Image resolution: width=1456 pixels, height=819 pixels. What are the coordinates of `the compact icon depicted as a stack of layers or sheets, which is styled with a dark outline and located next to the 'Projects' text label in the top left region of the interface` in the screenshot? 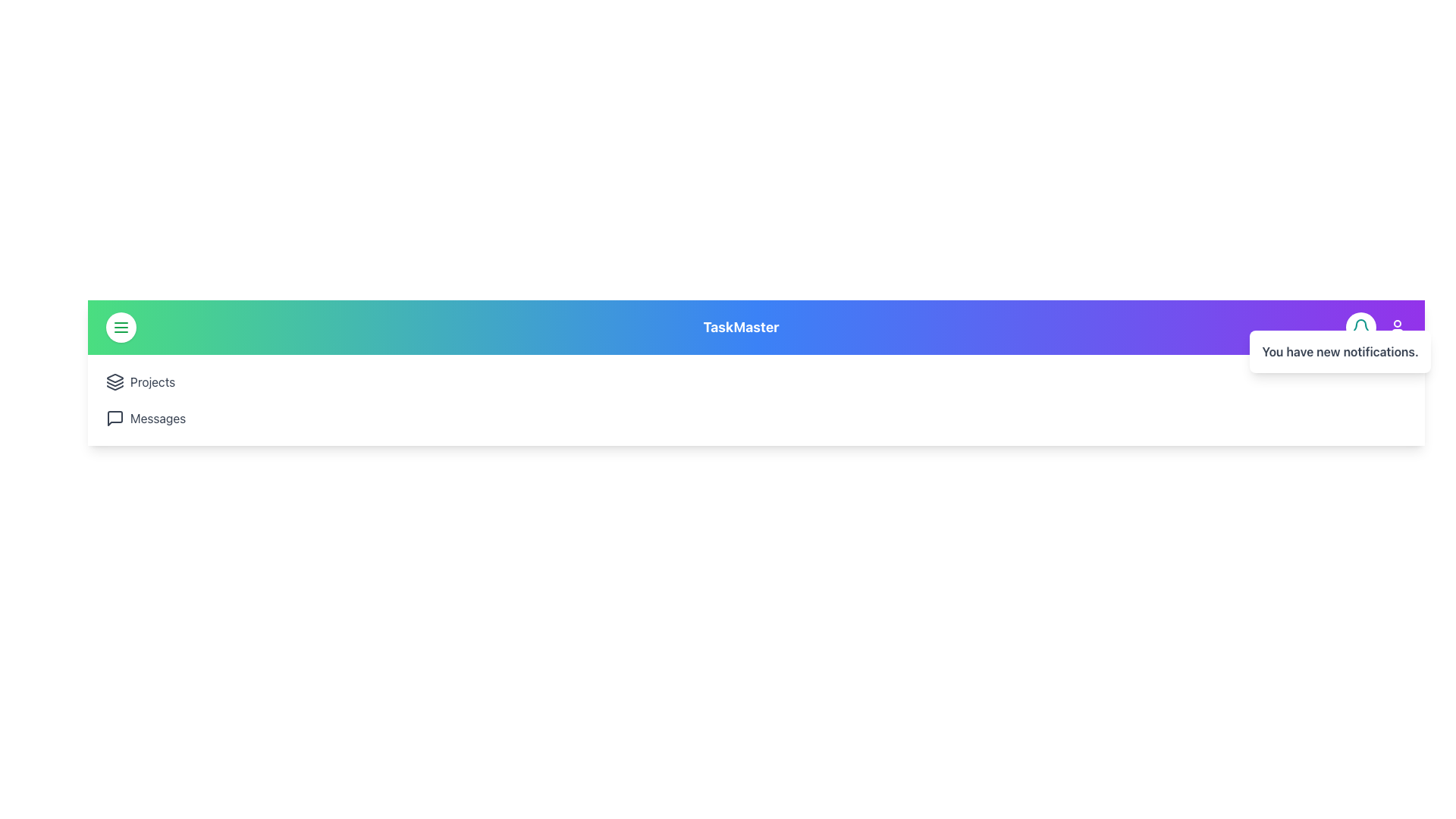 It's located at (115, 381).